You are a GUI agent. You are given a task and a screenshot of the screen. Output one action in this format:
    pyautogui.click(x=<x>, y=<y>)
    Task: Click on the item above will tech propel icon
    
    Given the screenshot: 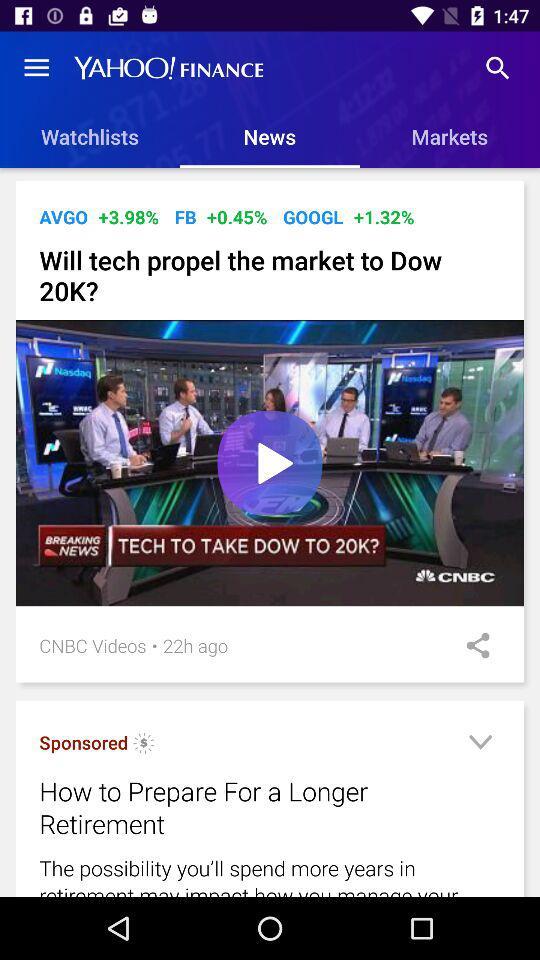 What is the action you would take?
    pyautogui.click(x=237, y=217)
    